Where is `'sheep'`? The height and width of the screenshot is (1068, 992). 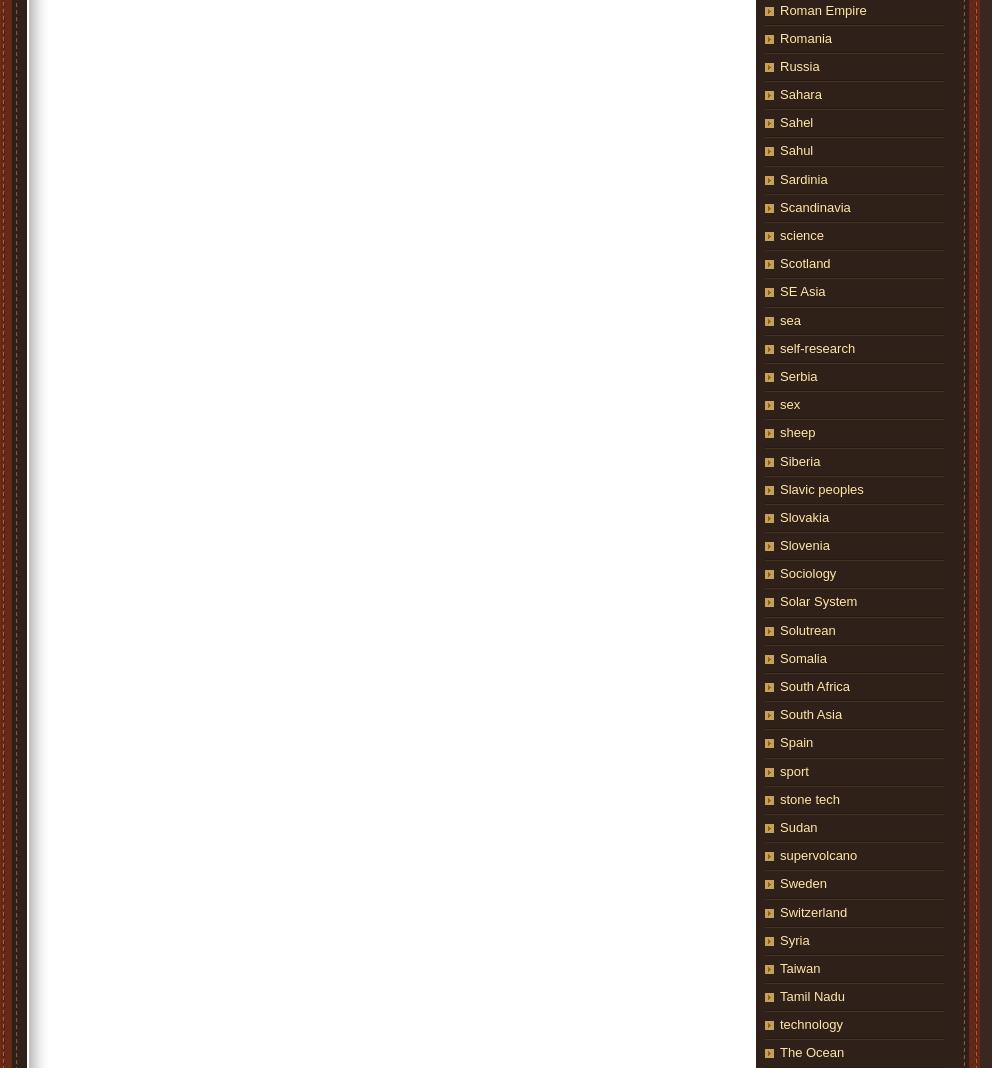 'sheep' is located at coordinates (797, 432).